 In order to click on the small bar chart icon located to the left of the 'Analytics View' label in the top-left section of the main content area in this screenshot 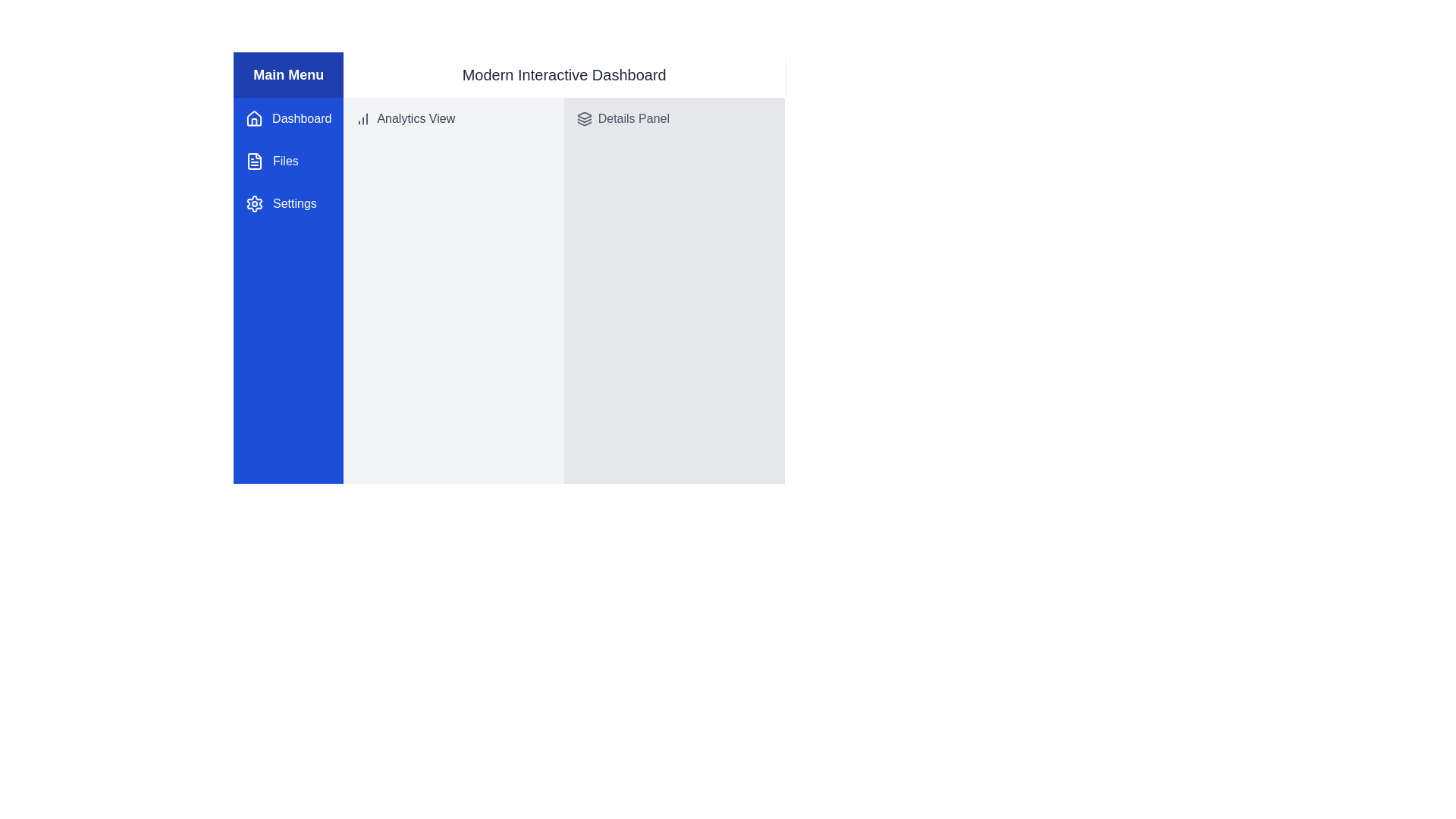, I will do `click(362, 118)`.